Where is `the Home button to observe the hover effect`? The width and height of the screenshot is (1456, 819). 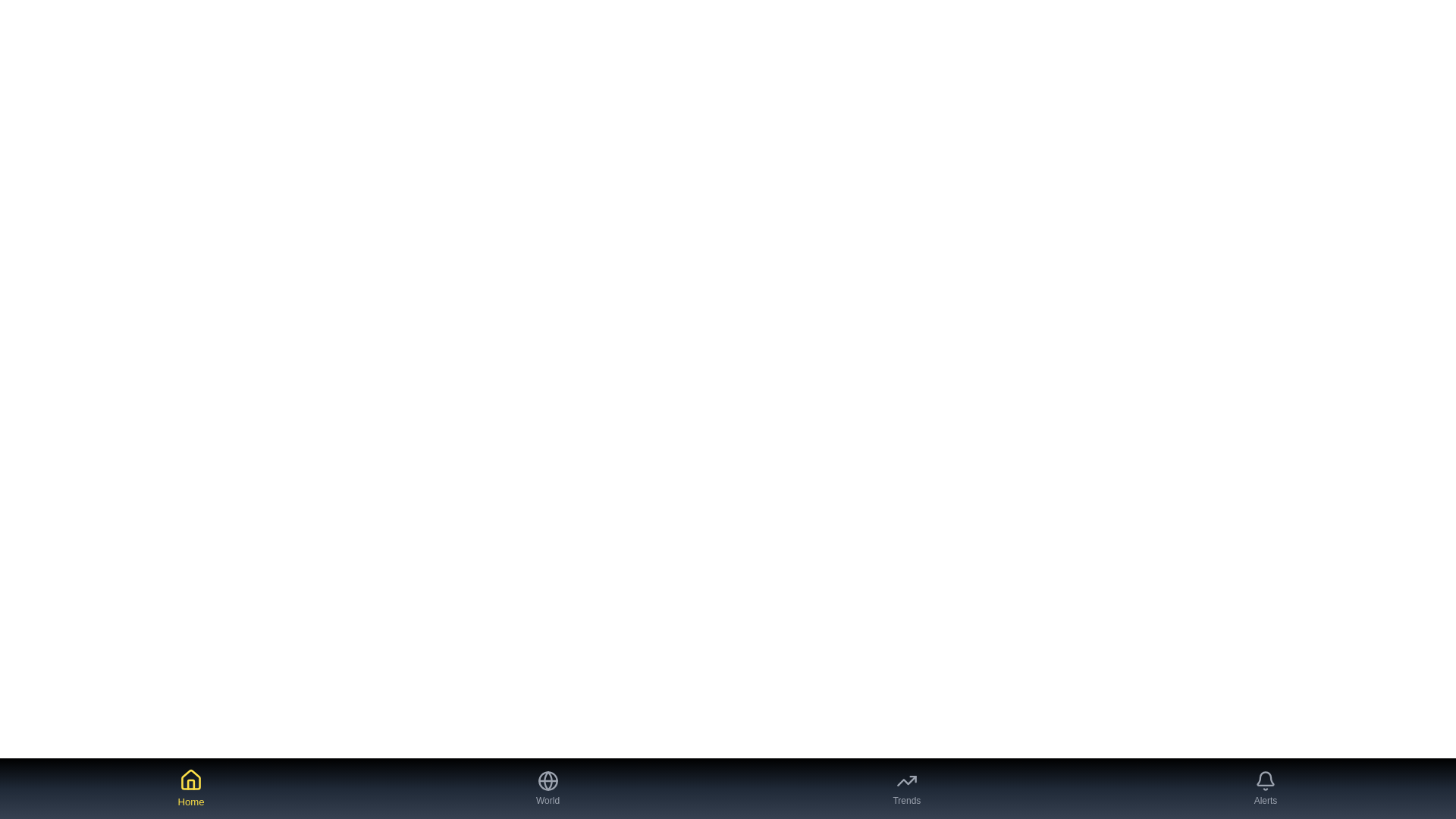 the Home button to observe the hover effect is located at coordinates (190, 788).